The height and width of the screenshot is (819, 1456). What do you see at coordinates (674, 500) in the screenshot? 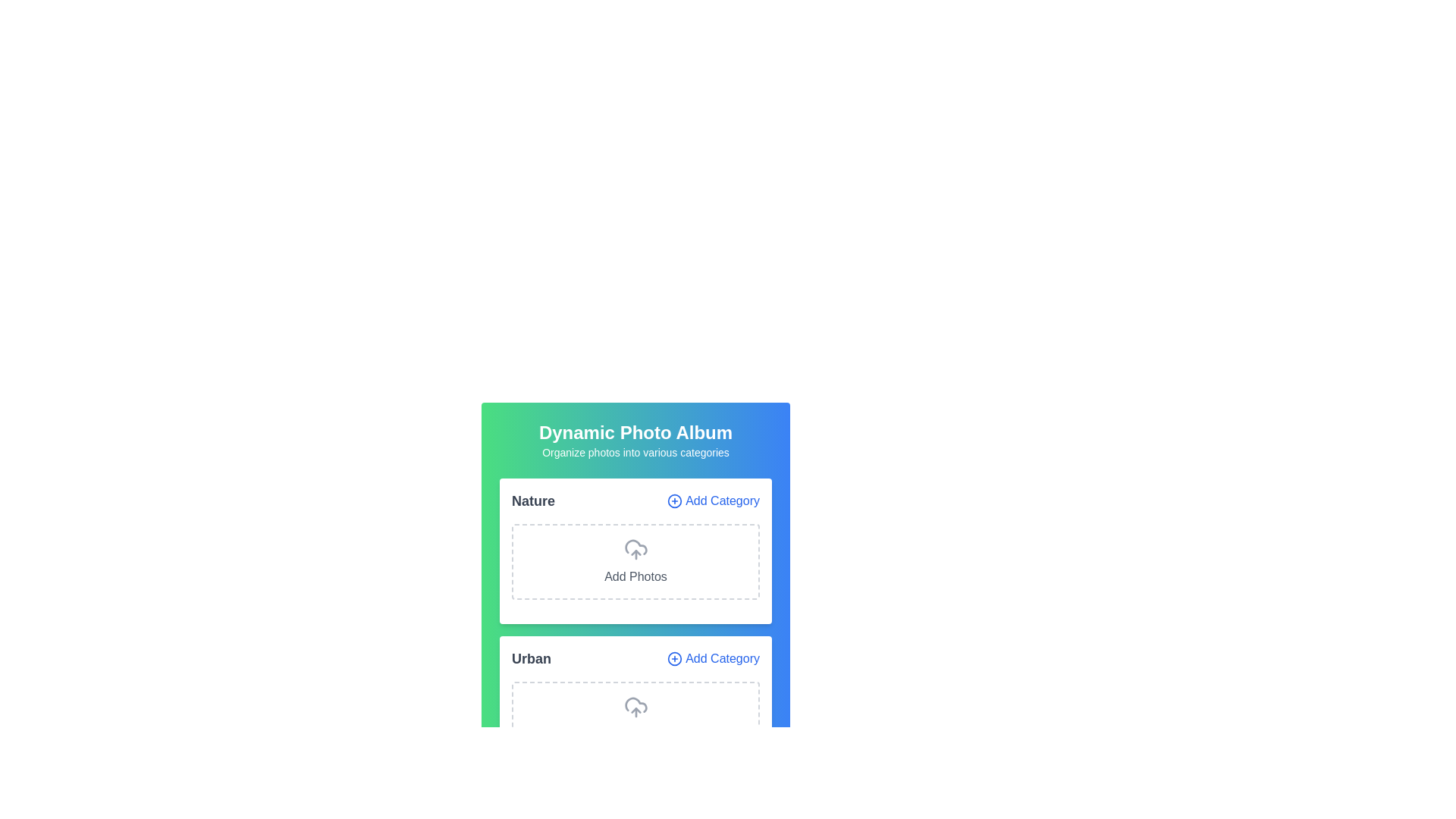
I see `the circular icon within the interactive SVG component located in the top-right corner of the 'Nature' category block, near the 'Add Category' label` at bounding box center [674, 500].